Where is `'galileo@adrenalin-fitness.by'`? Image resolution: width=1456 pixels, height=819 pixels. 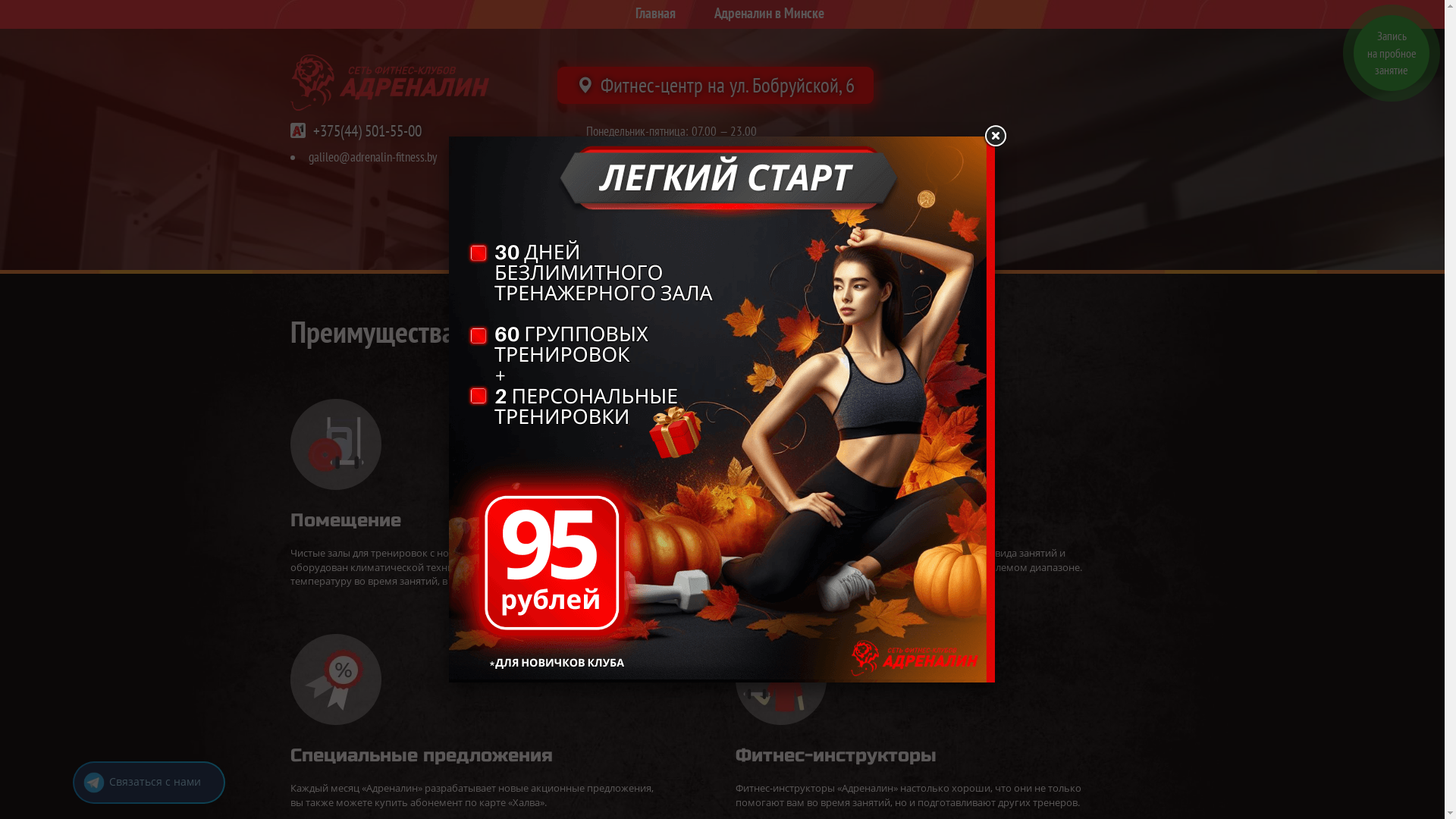
'galileo@adrenalin-fitness.by' is located at coordinates (372, 157).